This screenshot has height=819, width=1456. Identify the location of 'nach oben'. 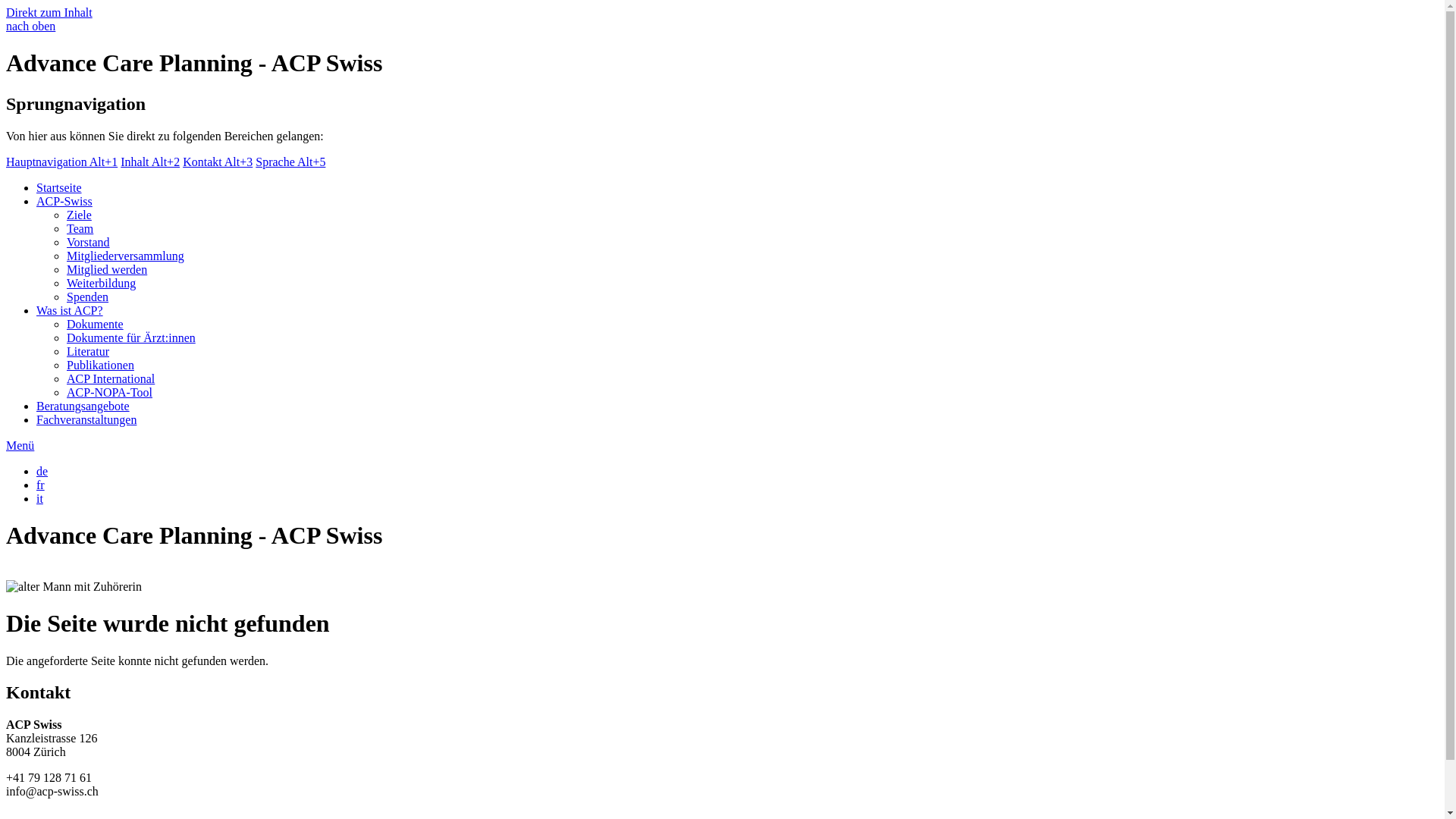
(30, 26).